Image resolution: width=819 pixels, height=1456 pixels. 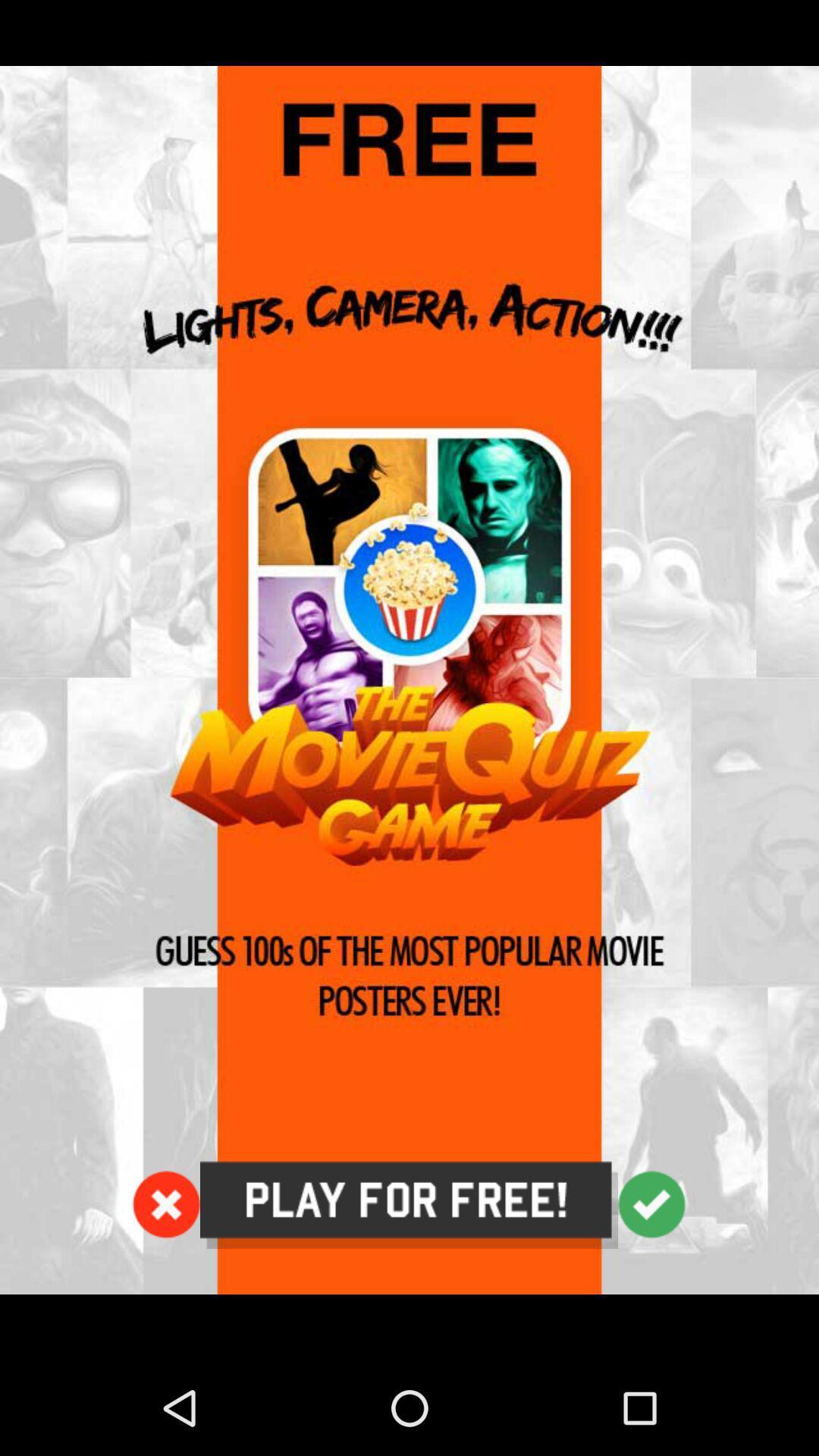 I want to click on start using the app for free, so click(x=408, y=1204).